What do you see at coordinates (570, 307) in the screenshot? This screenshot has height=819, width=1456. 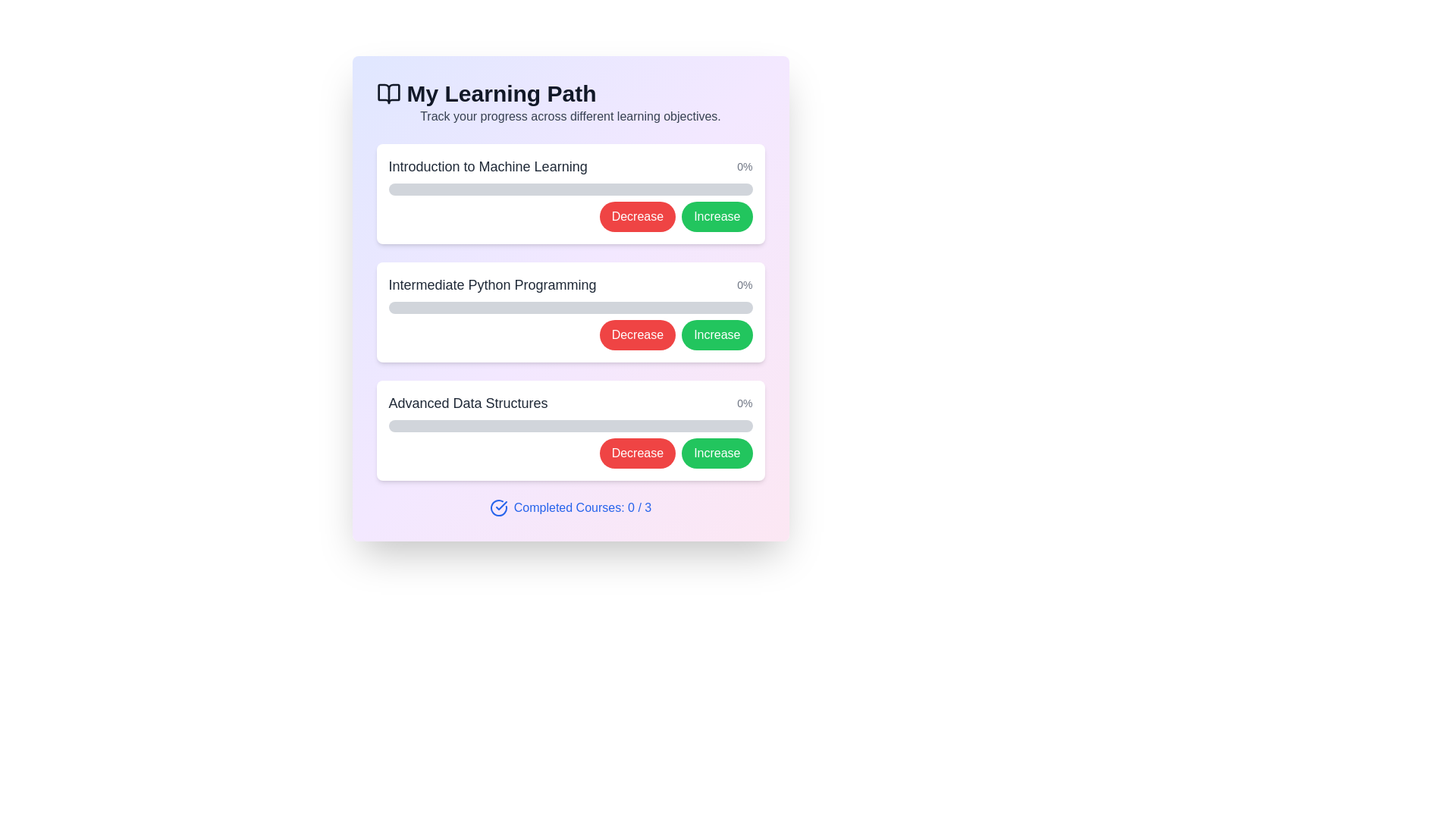 I see `the horizontal progress bar located in the 'Intermediate Python Programming' section, situated below the 'Intermediate Python Programming 0%' label and above the 'Decrease' and 'Increase' buttons` at bounding box center [570, 307].